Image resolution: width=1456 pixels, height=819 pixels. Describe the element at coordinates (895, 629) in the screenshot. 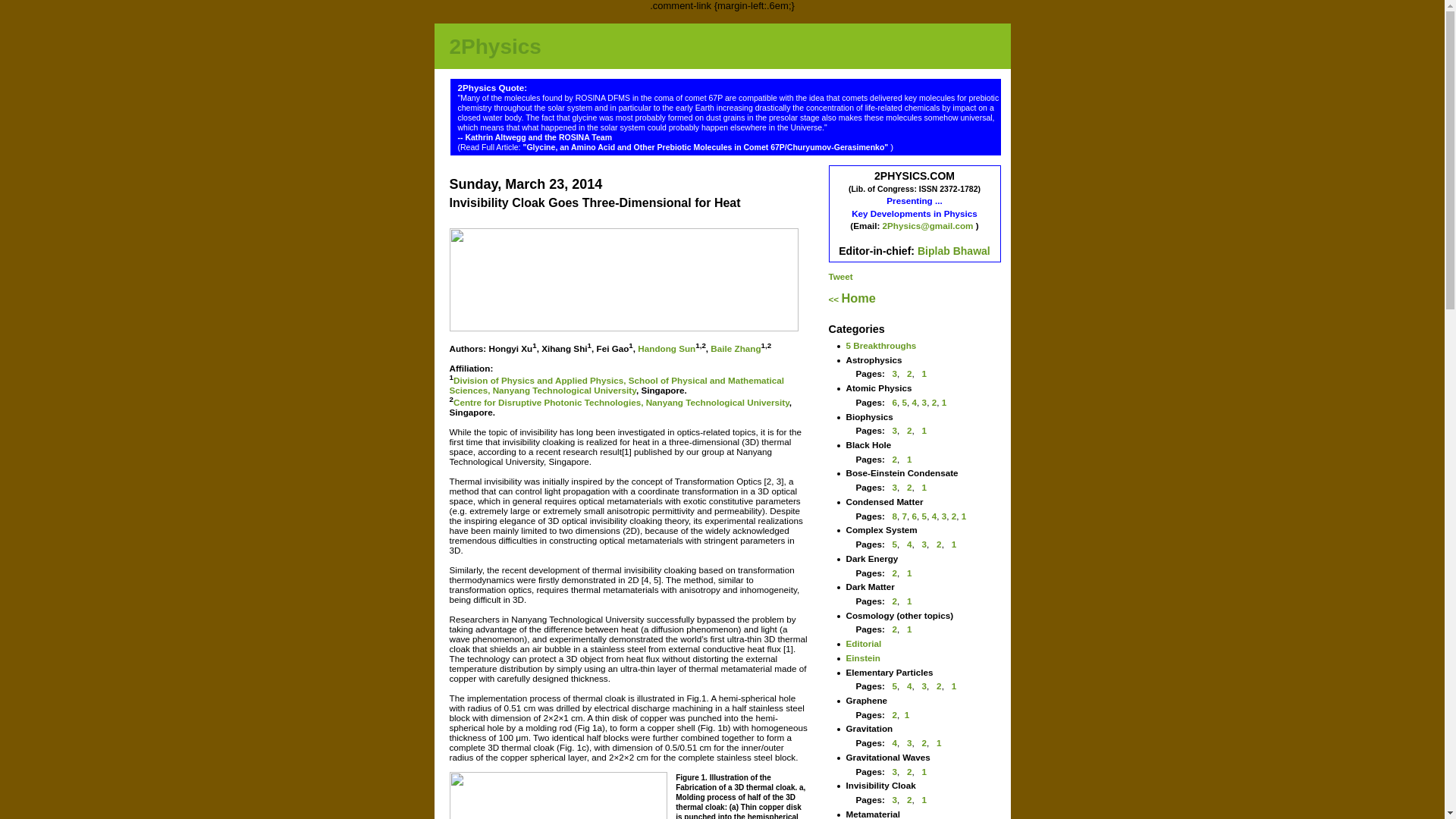

I see `'2'` at that location.